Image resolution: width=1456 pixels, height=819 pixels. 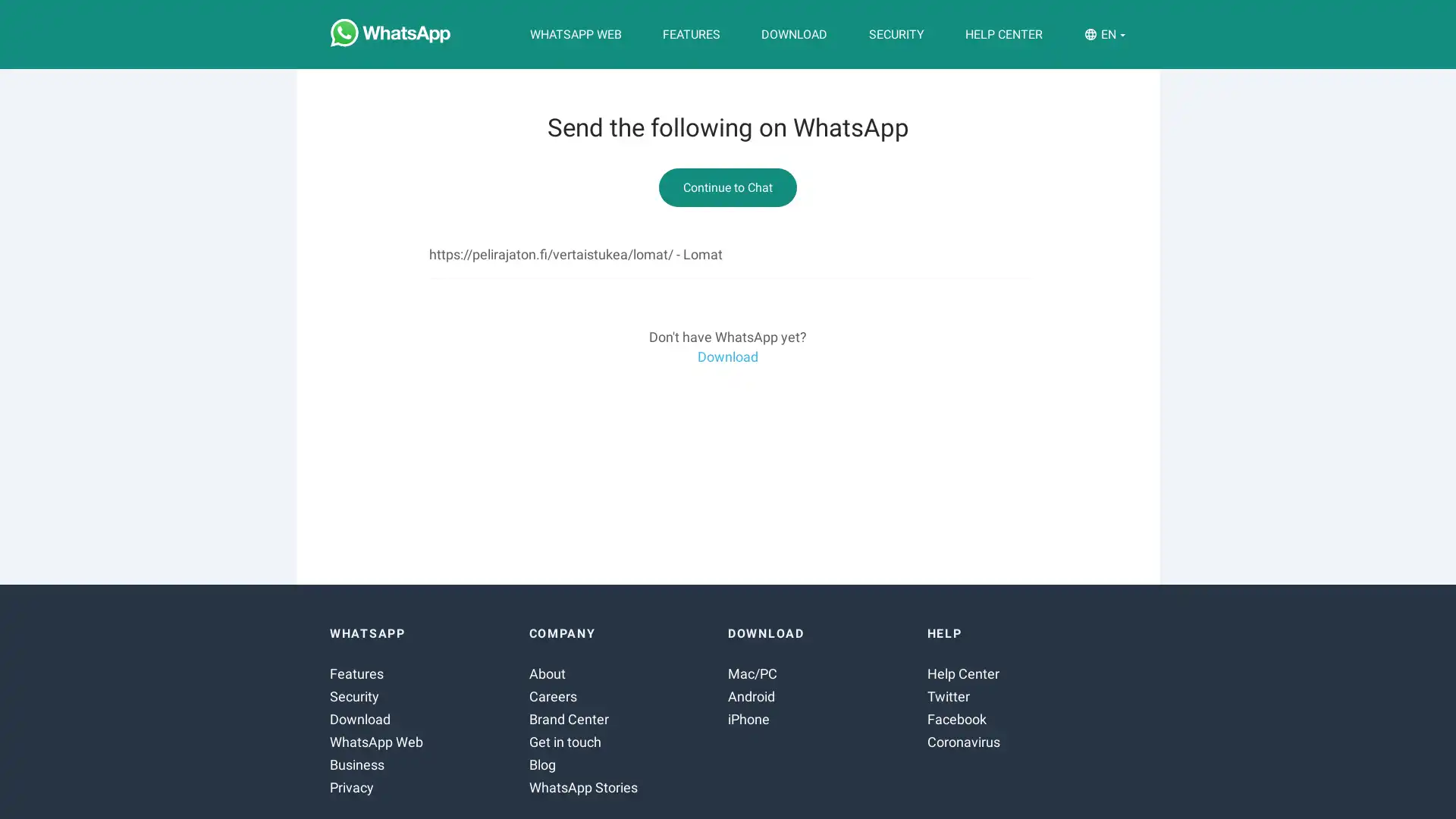 What do you see at coordinates (1105, 34) in the screenshot?
I see `EN` at bounding box center [1105, 34].